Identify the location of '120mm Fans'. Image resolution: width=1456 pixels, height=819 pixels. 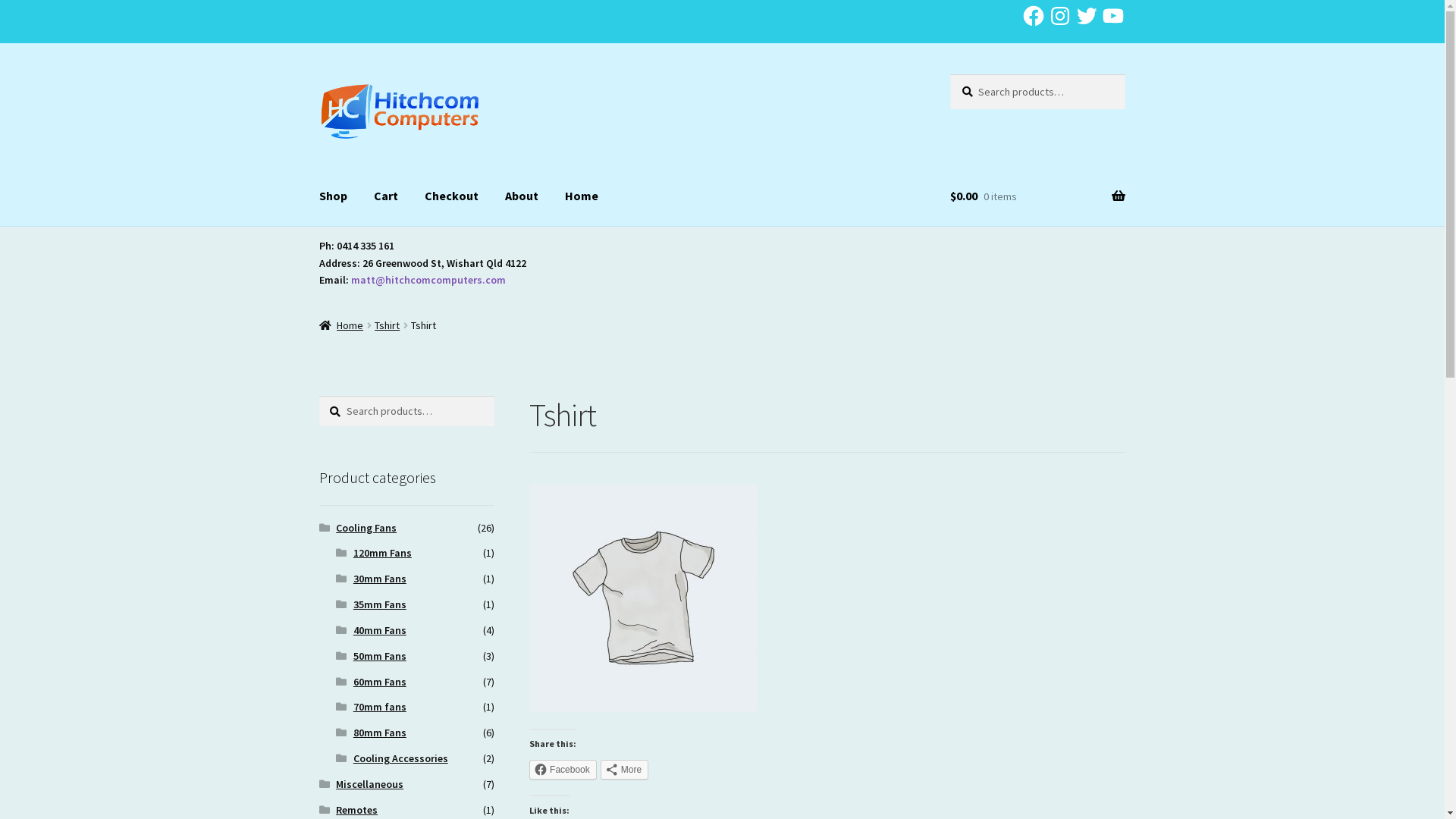
(352, 553).